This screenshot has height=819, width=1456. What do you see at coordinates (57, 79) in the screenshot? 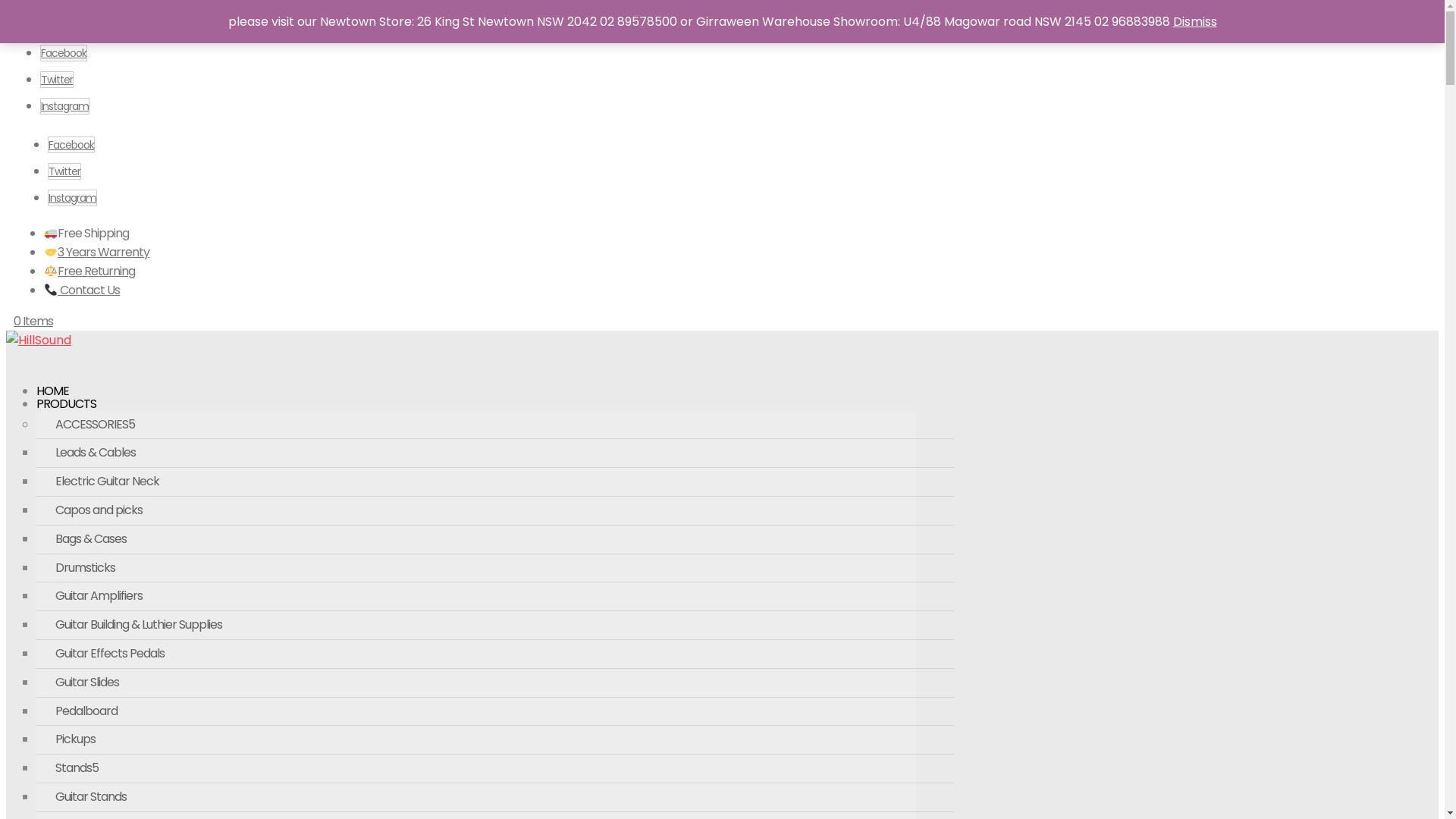
I see `'Twitter'` at bounding box center [57, 79].